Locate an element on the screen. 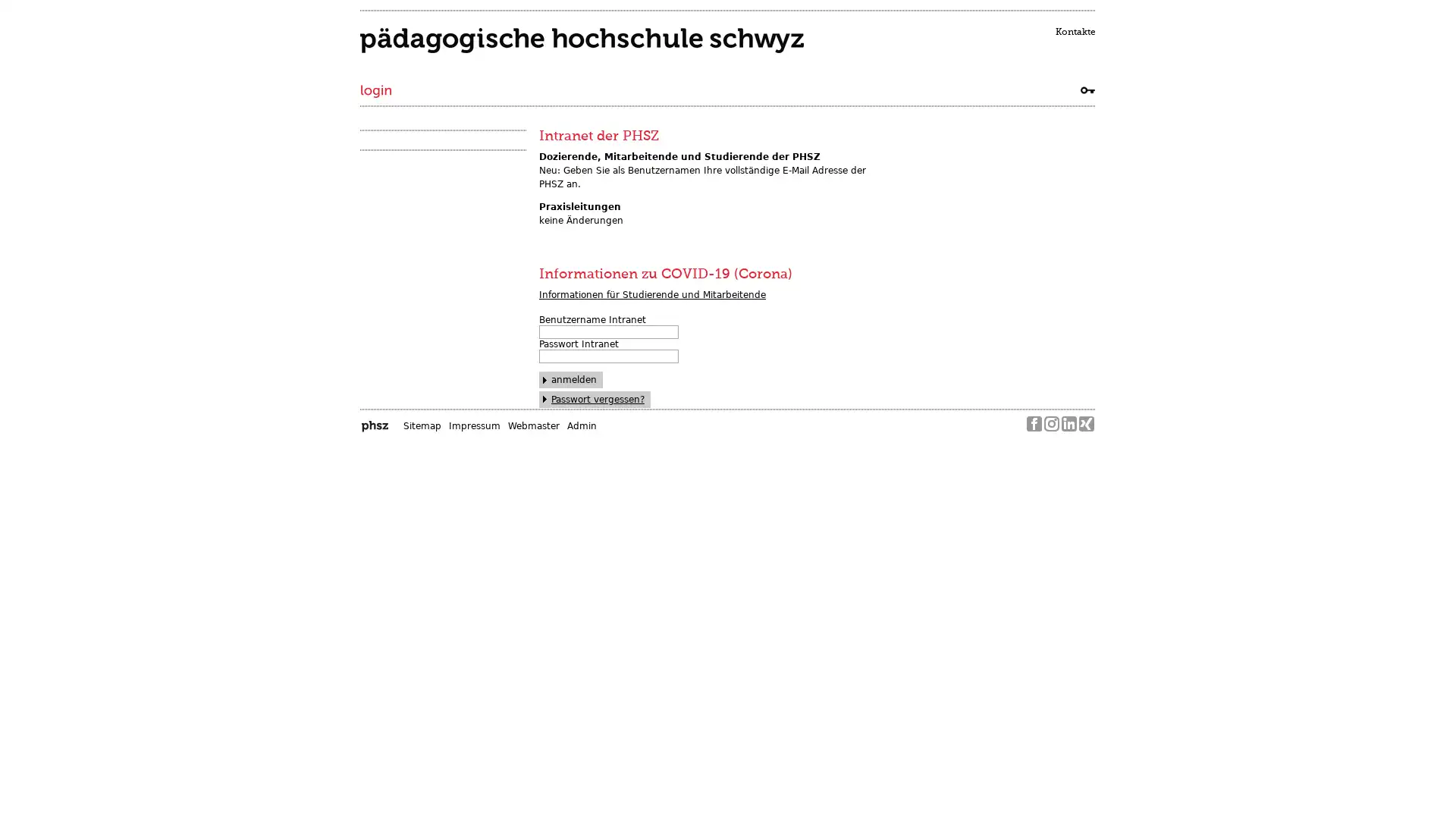 The width and height of the screenshot is (1456, 819). anmelden is located at coordinates (570, 379).